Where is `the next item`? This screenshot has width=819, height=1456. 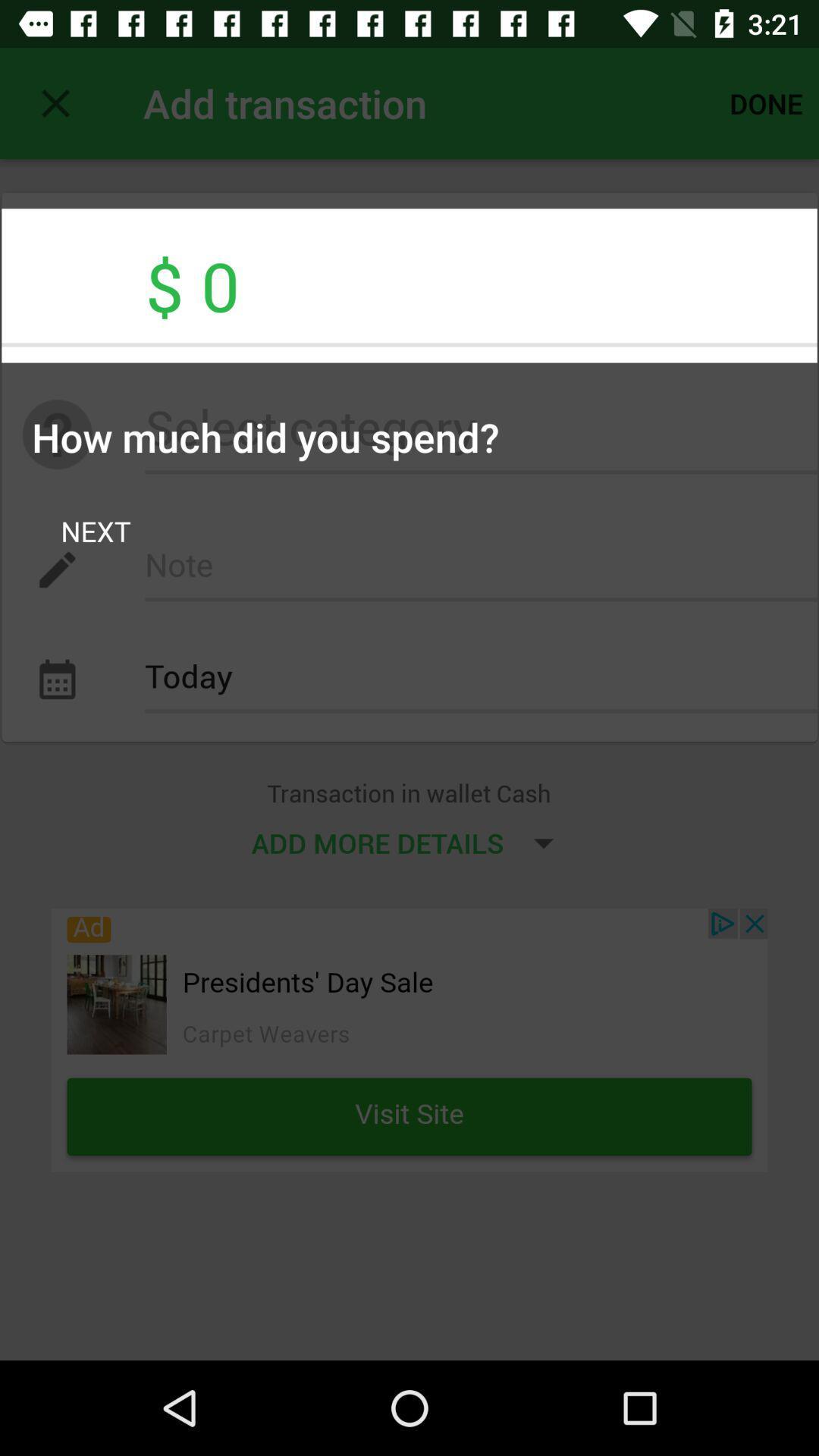 the next item is located at coordinates (96, 531).